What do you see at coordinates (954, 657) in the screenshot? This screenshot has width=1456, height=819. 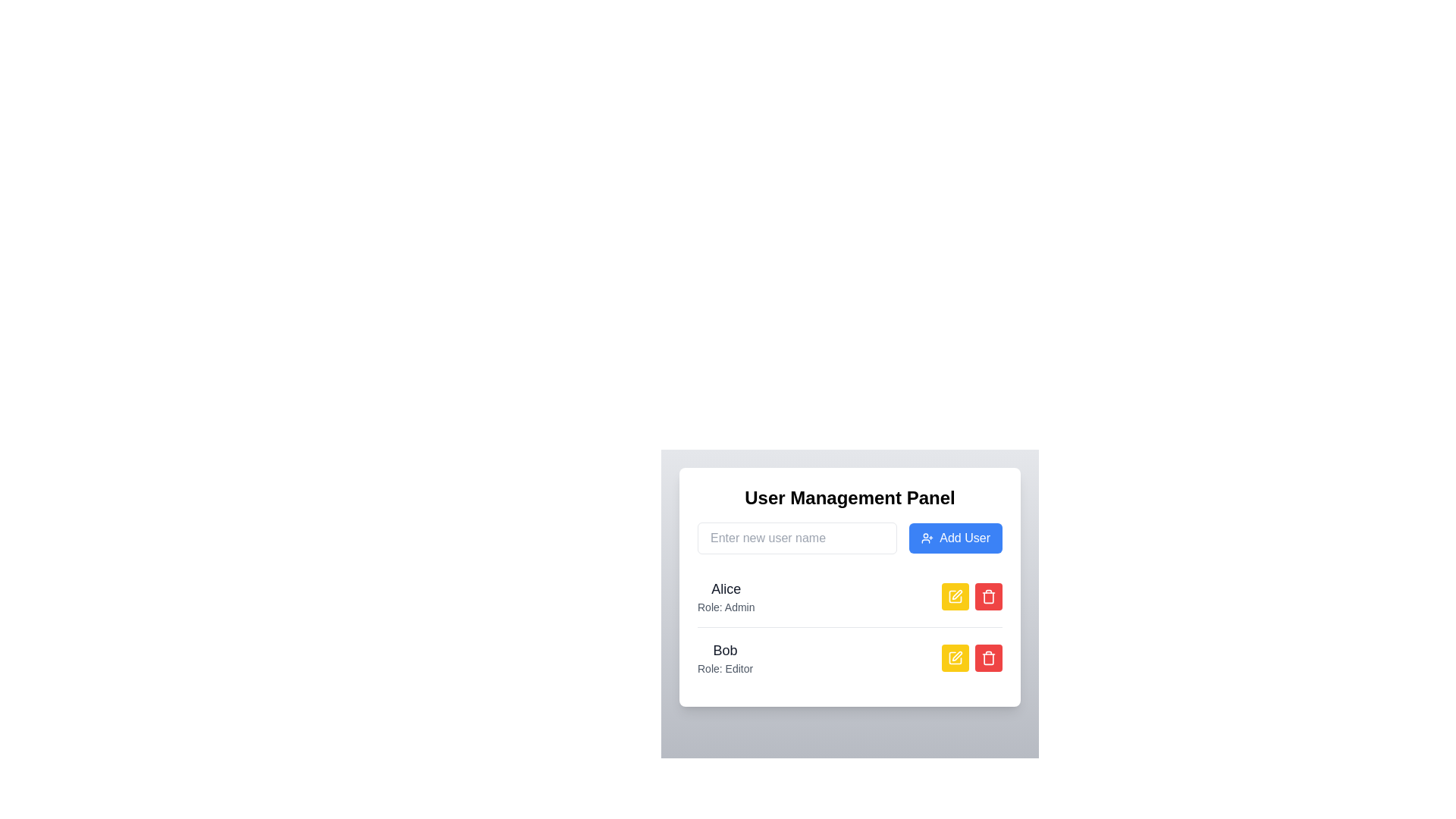 I see `the button labeled for editing user 'Bob' in the User Management Panel to initiate the edit functionality` at bounding box center [954, 657].